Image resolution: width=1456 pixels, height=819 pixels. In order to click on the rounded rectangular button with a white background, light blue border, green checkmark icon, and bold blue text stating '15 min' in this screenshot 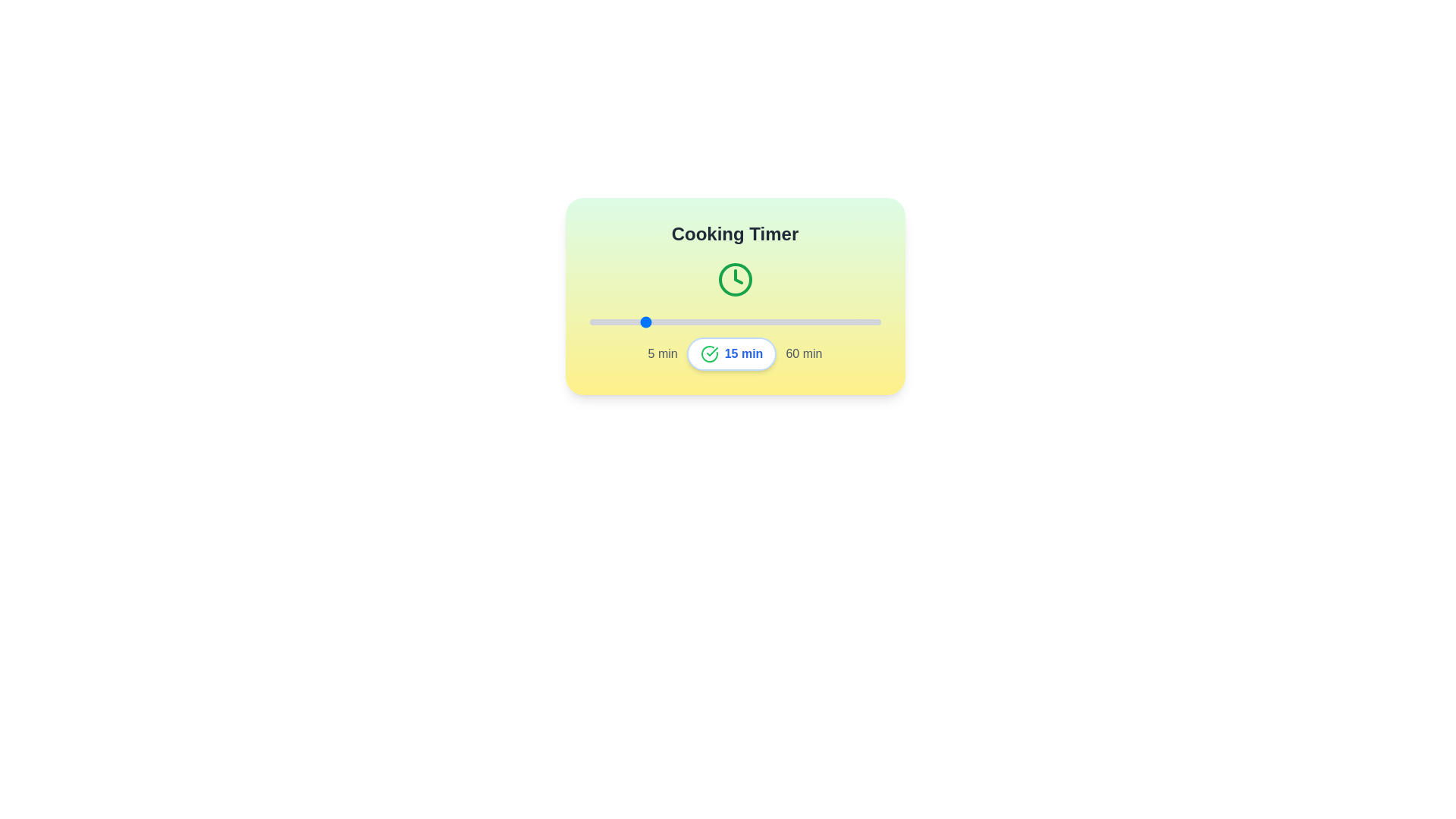, I will do `click(731, 353)`.